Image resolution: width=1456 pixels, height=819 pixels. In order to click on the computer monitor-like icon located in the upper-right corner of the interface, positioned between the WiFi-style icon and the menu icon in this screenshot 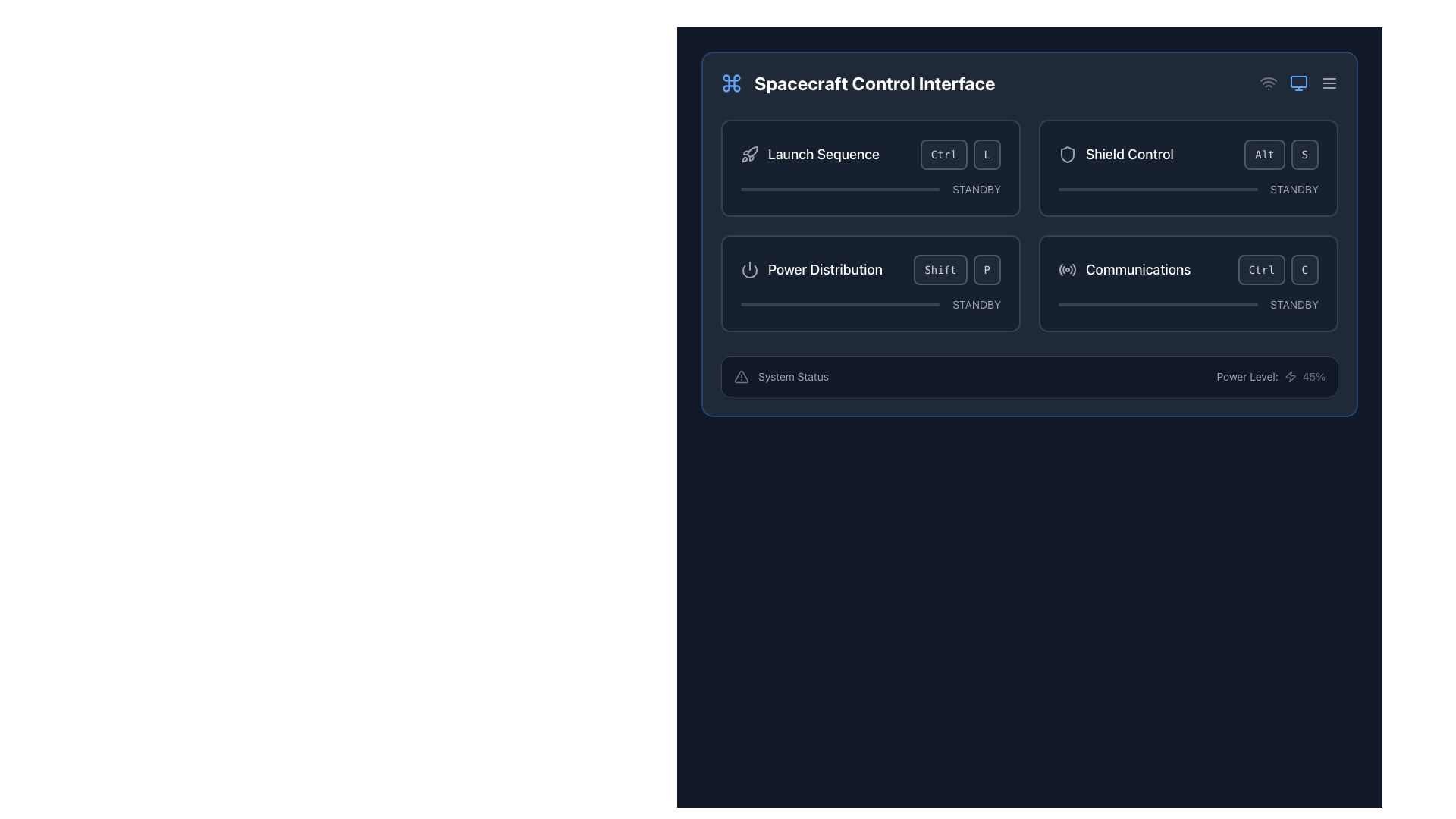, I will do `click(1298, 83)`.